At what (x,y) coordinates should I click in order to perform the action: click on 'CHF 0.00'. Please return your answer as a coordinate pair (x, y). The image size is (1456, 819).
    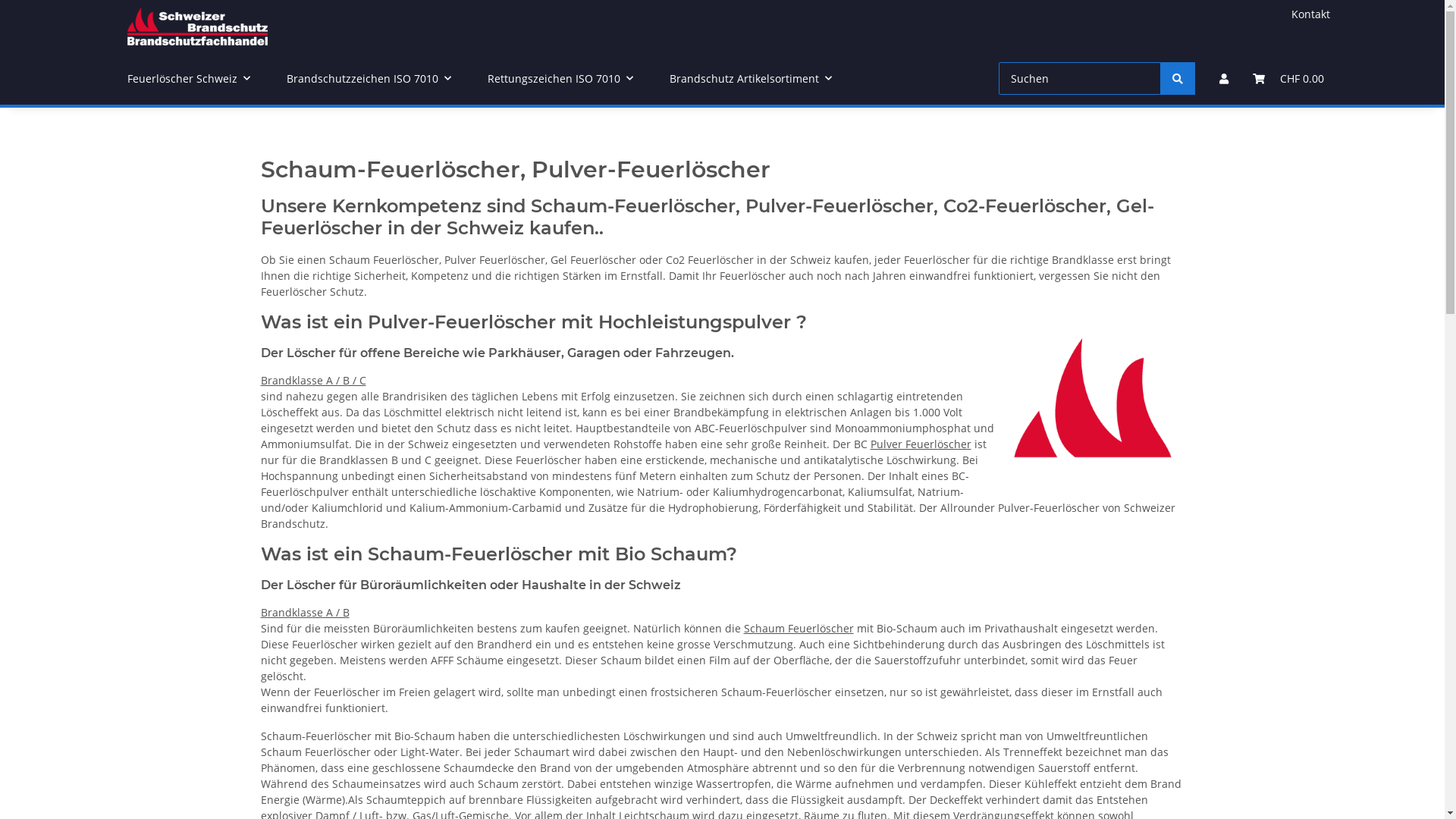
    Looking at the image, I should click on (1288, 78).